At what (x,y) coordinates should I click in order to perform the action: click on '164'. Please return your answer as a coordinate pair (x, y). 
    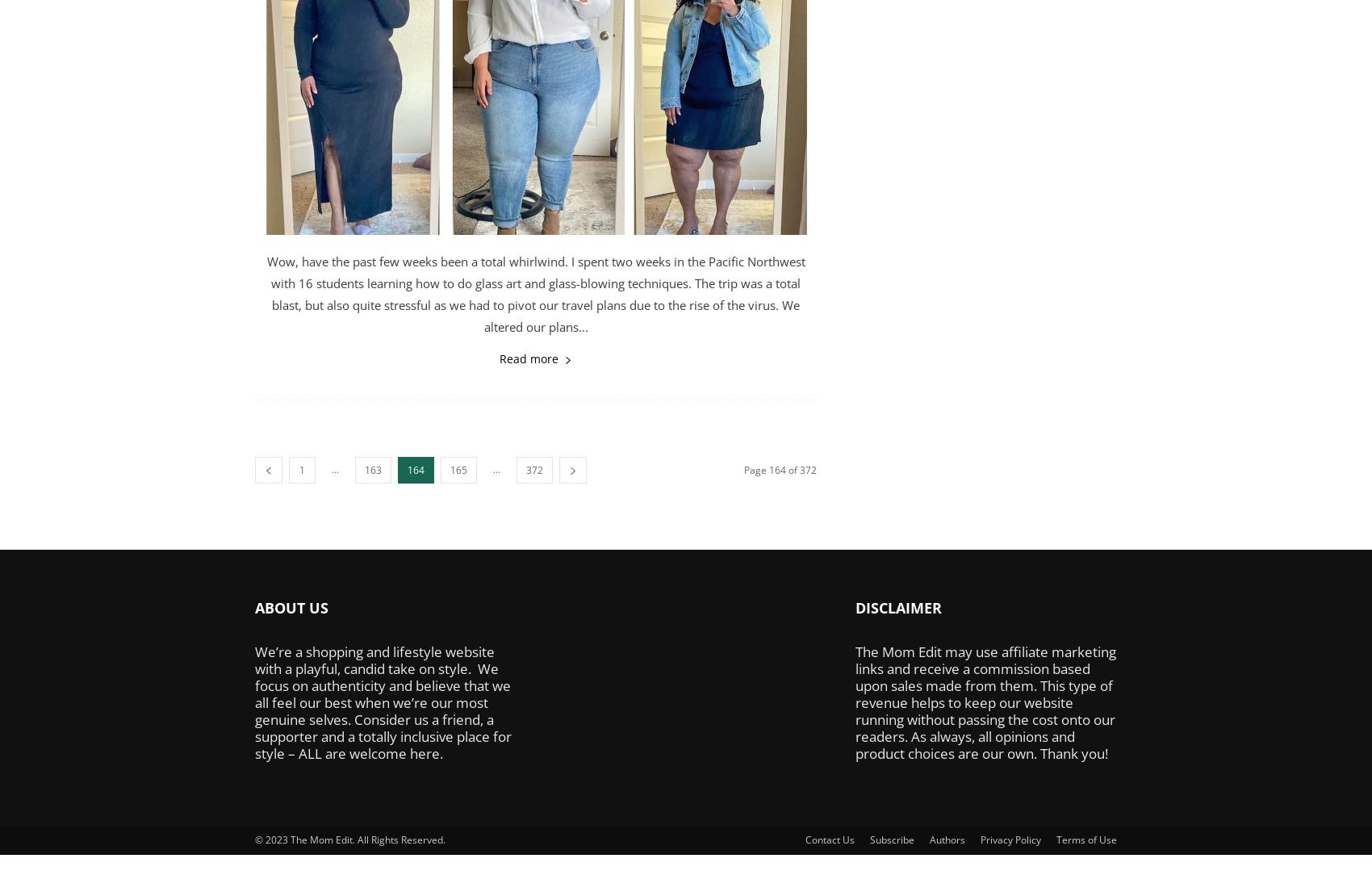
    Looking at the image, I should click on (416, 470).